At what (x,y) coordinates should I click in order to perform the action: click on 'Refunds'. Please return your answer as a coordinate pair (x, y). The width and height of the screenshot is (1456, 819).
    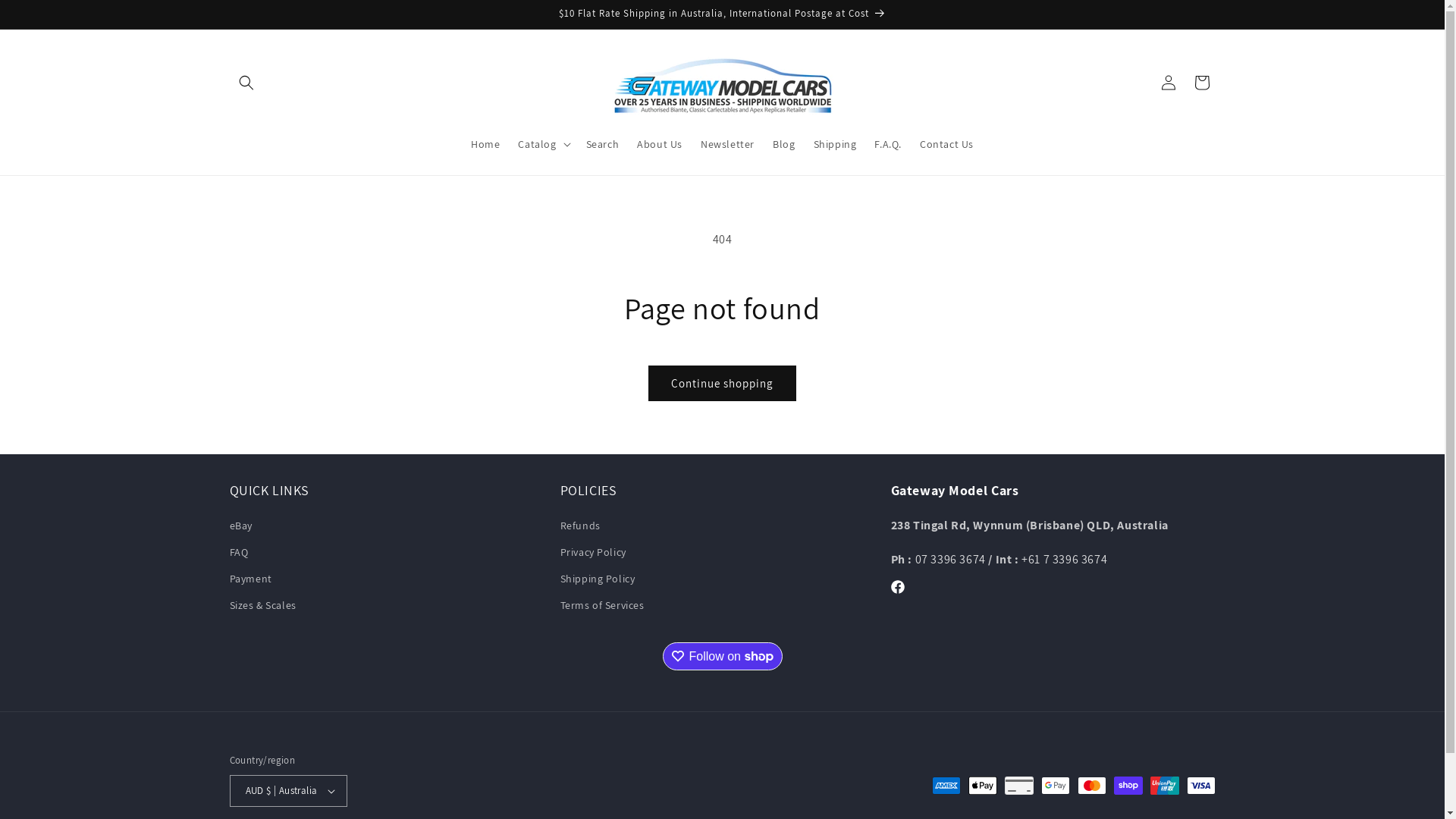
    Looking at the image, I should click on (579, 526).